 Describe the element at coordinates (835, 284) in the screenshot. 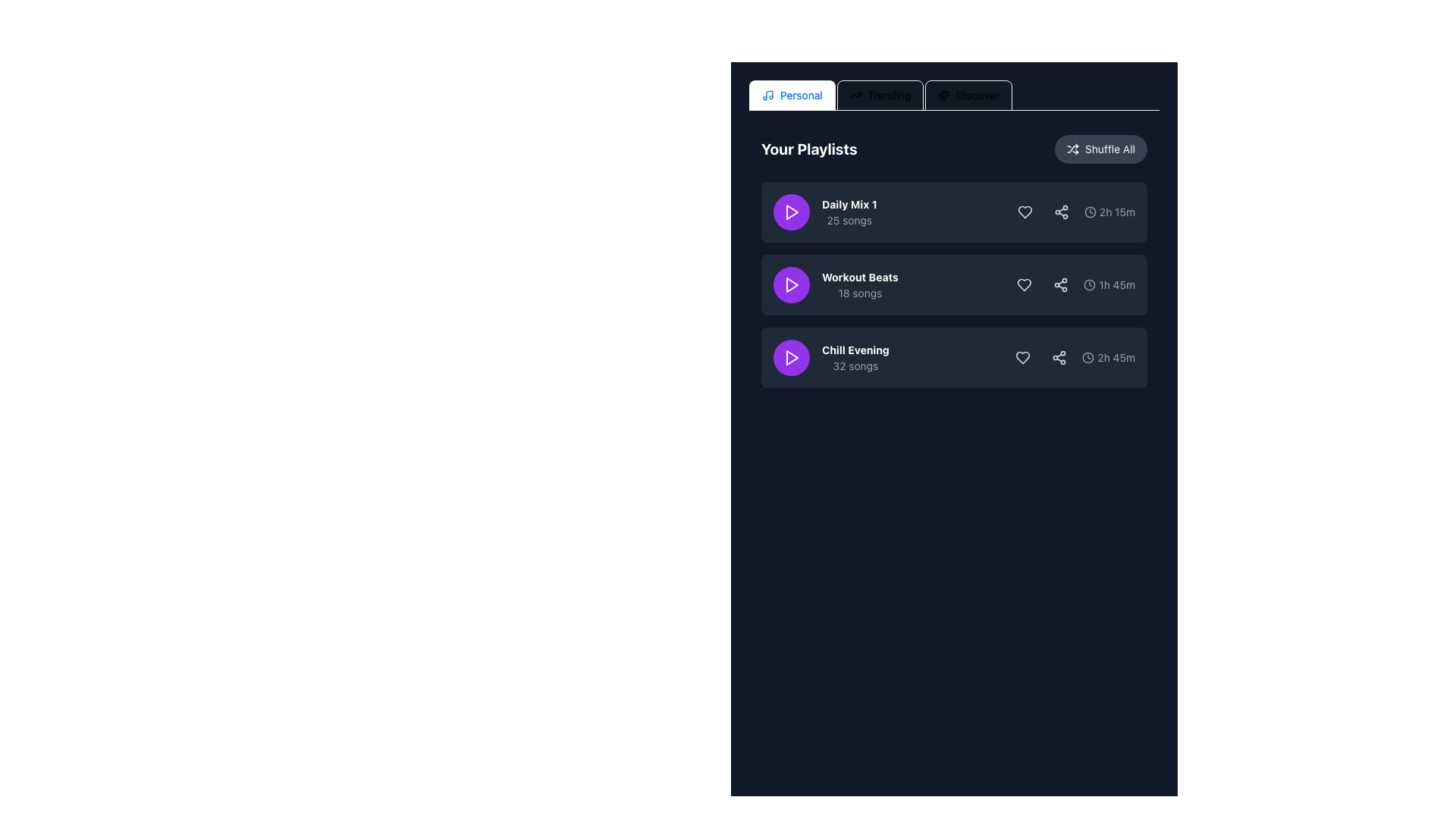

I see `the 'Workout Beats' text display component` at that location.